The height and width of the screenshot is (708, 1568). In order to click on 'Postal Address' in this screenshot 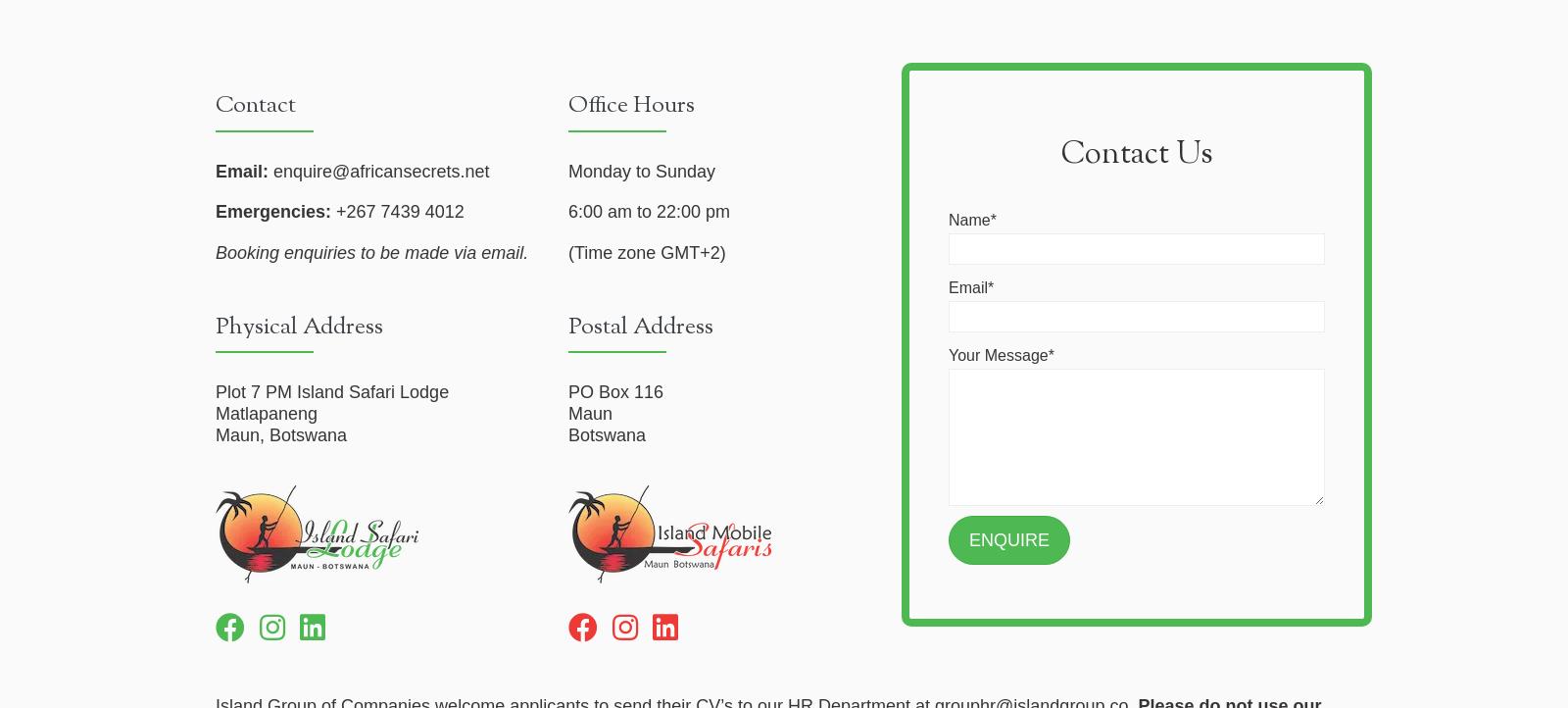, I will do `click(641, 325)`.